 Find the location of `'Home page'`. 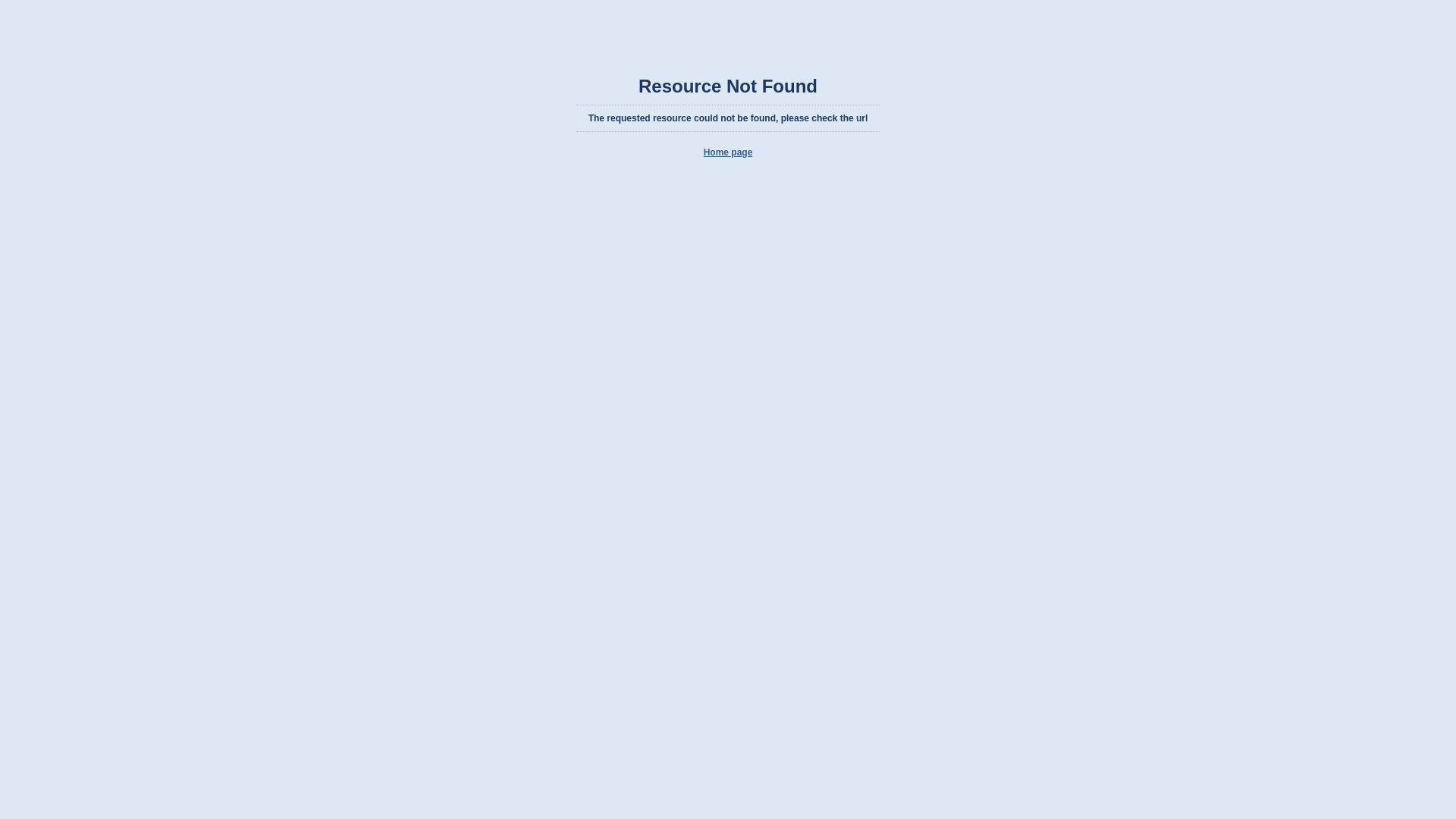

'Home page' is located at coordinates (702, 152).